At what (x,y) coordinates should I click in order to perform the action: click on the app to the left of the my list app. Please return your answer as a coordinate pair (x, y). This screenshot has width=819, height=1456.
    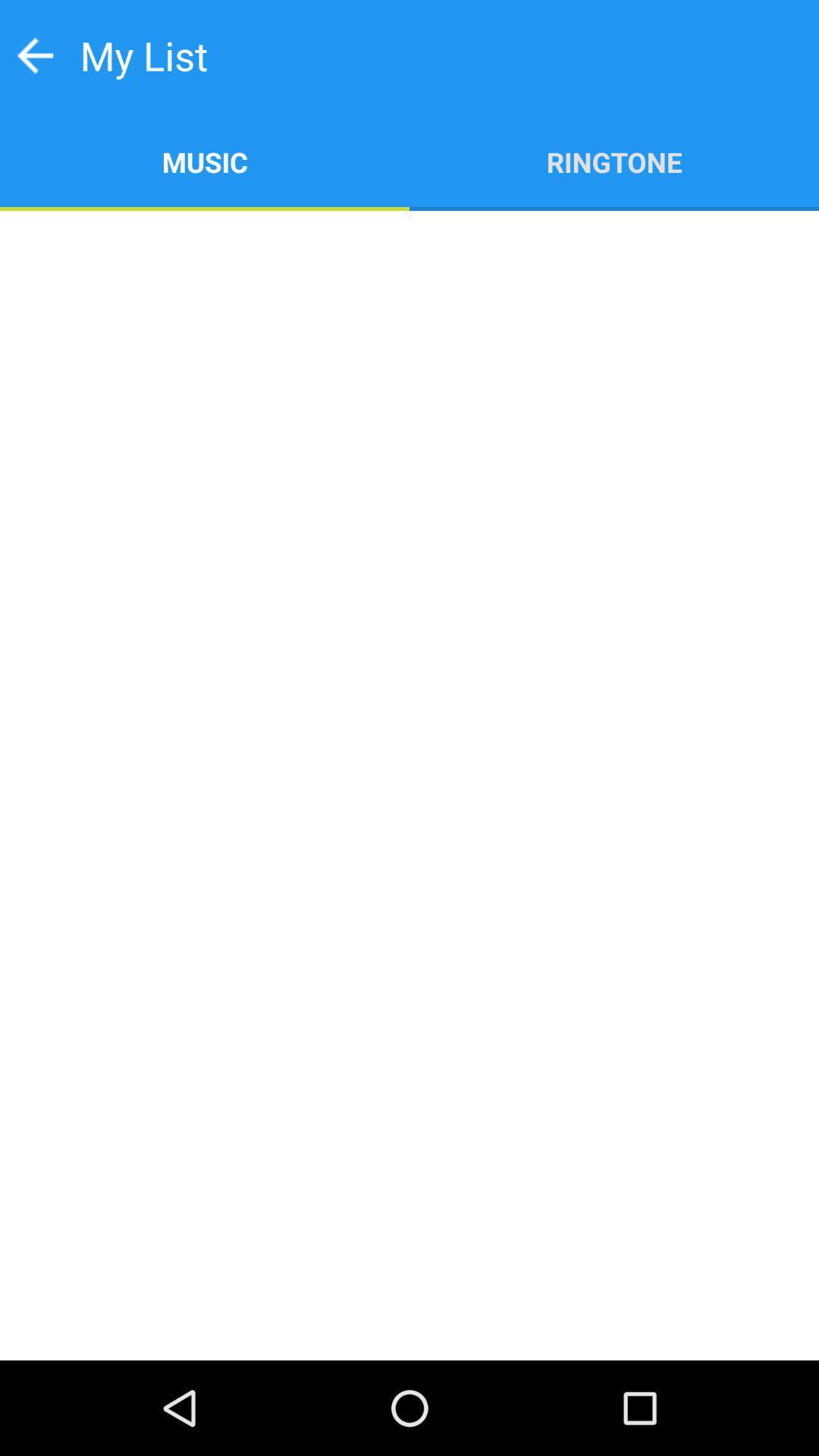
    Looking at the image, I should click on (34, 55).